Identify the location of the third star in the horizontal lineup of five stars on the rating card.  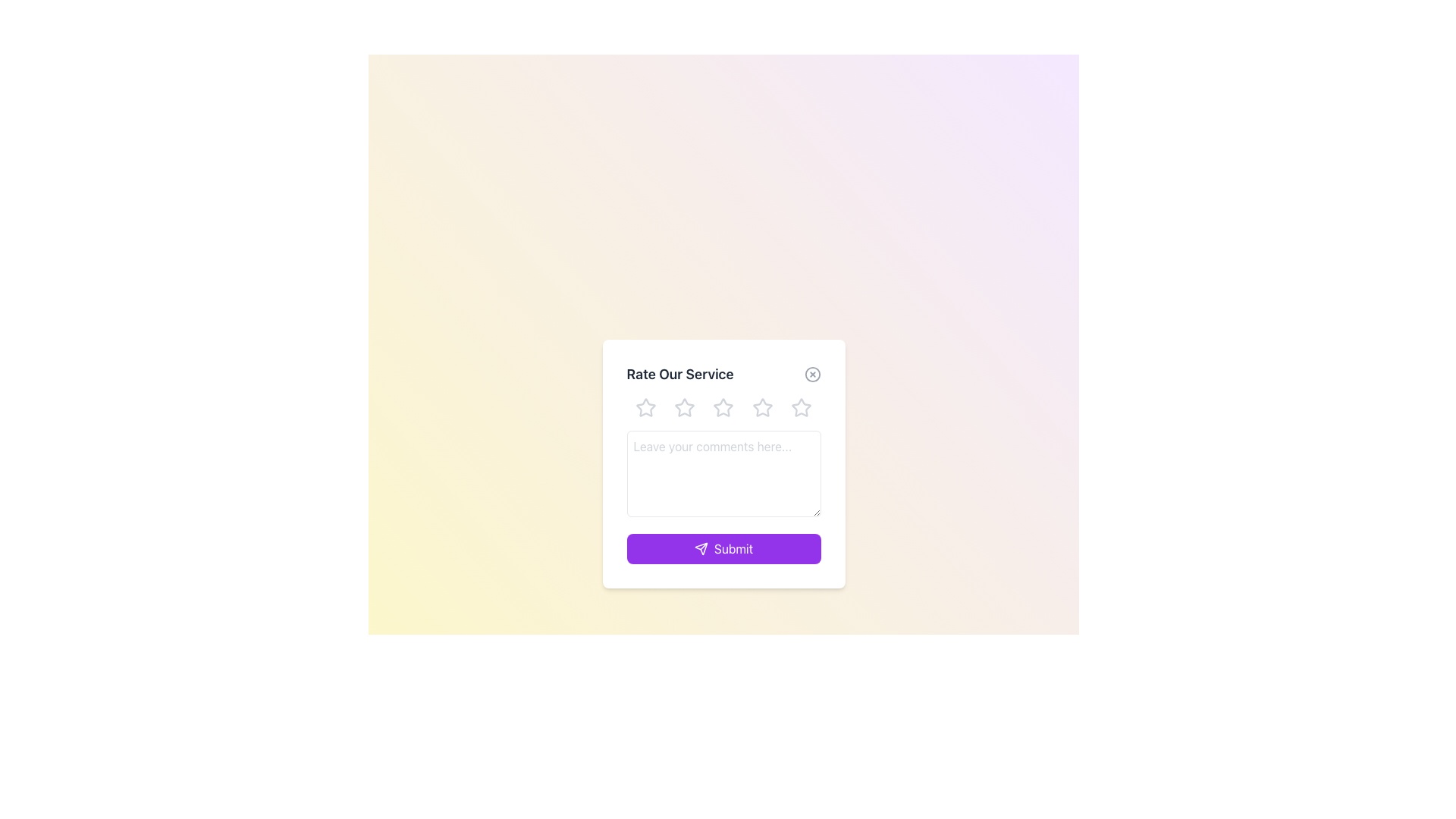
(723, 406).